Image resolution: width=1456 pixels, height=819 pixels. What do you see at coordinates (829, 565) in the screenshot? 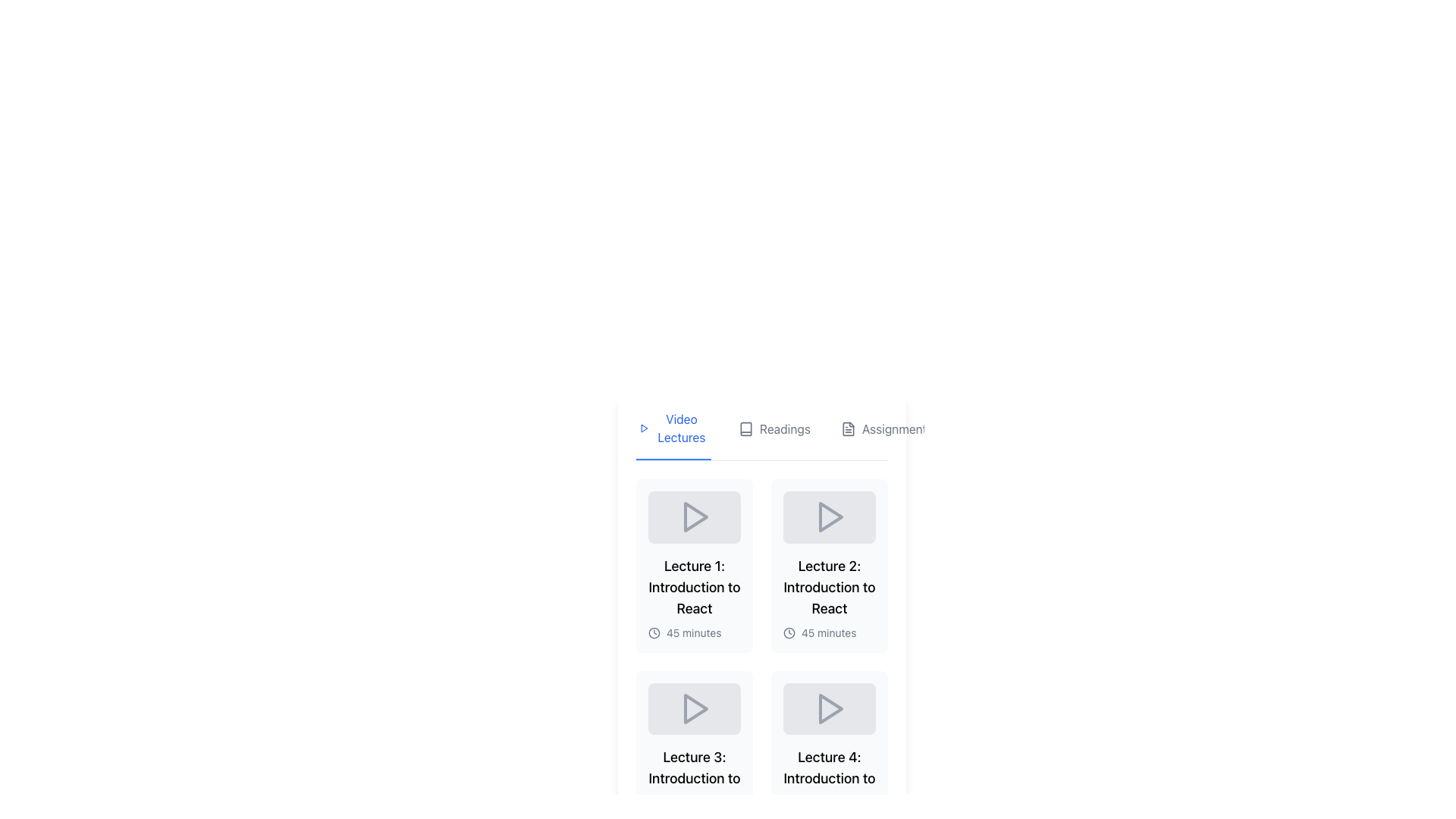
I see `the second card in the upper row of the grid layout` at bounding box center [829, 565].